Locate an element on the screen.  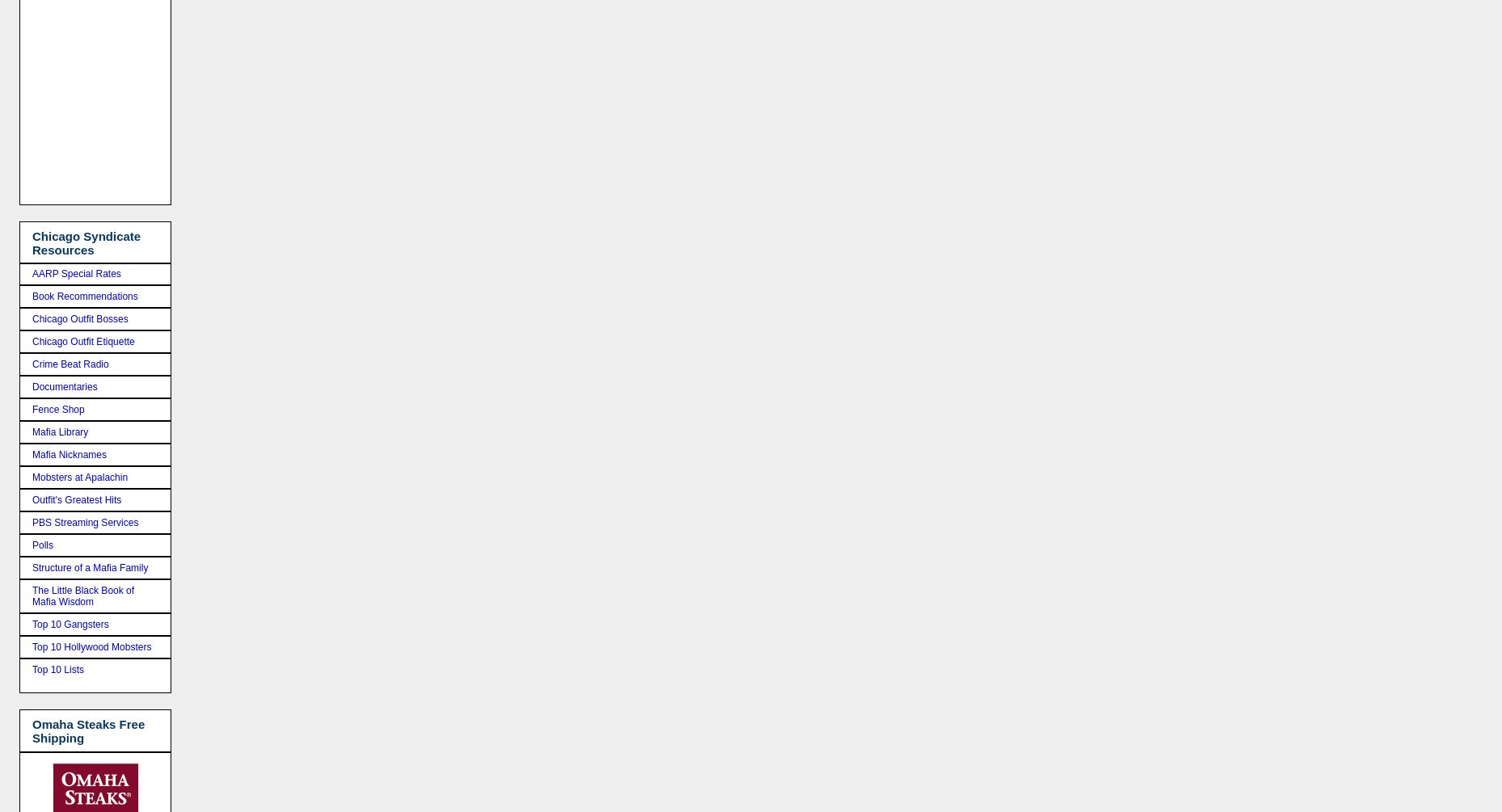
'Top 10 Hollywood Mobsters' is located at coordinates (31, 646).